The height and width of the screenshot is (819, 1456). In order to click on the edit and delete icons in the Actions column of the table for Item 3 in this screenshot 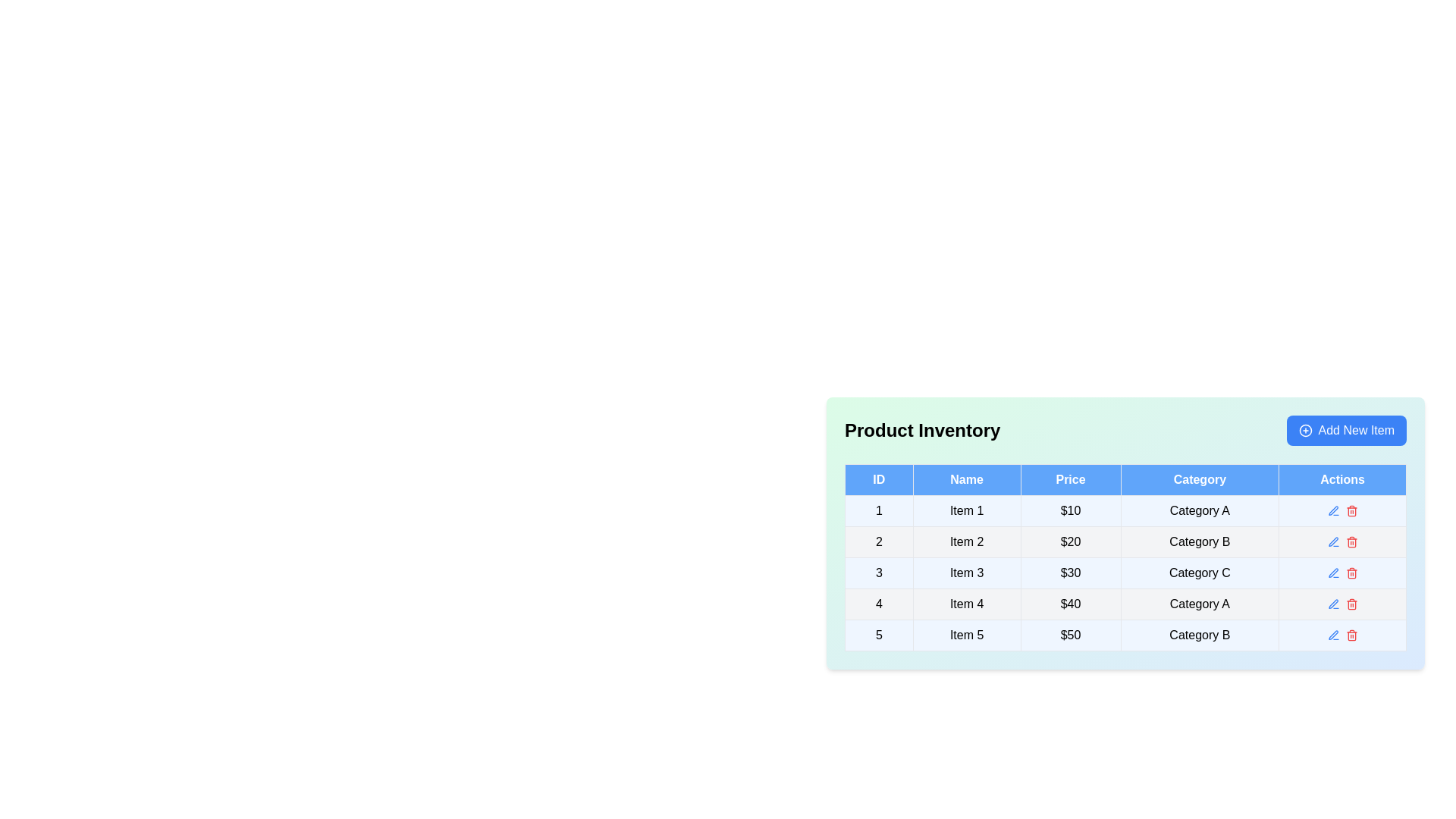, I will do `click(1342, 573)`.